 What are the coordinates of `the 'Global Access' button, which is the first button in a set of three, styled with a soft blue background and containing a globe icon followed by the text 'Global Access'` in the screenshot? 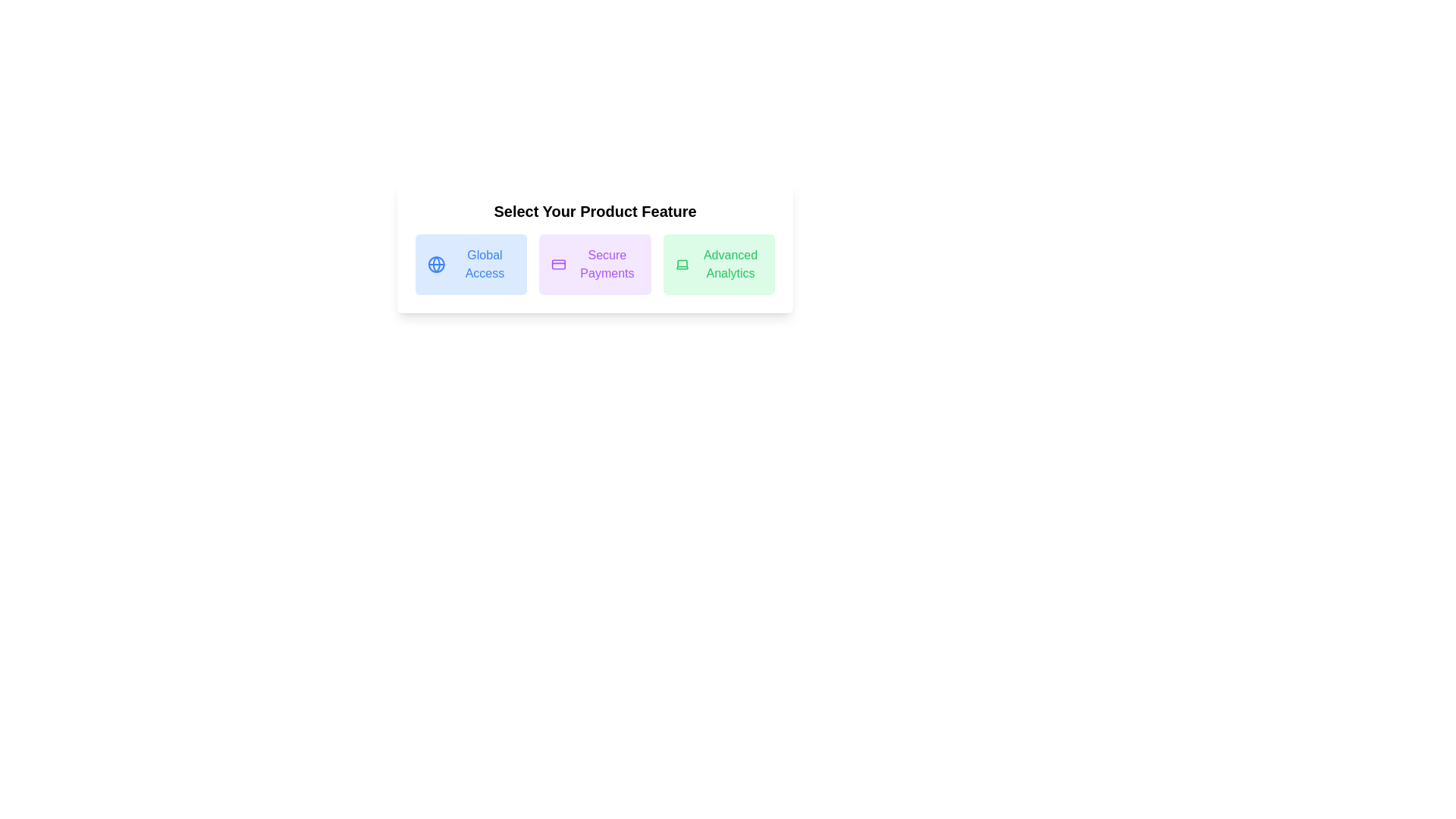 It's located at (470, 263).